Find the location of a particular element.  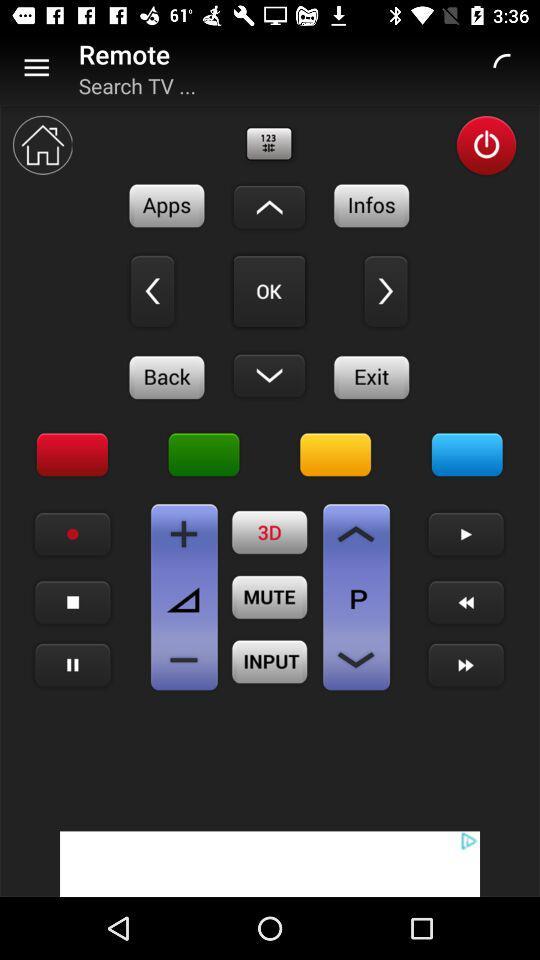

turn down the volume is located at coordinates (184, 659).